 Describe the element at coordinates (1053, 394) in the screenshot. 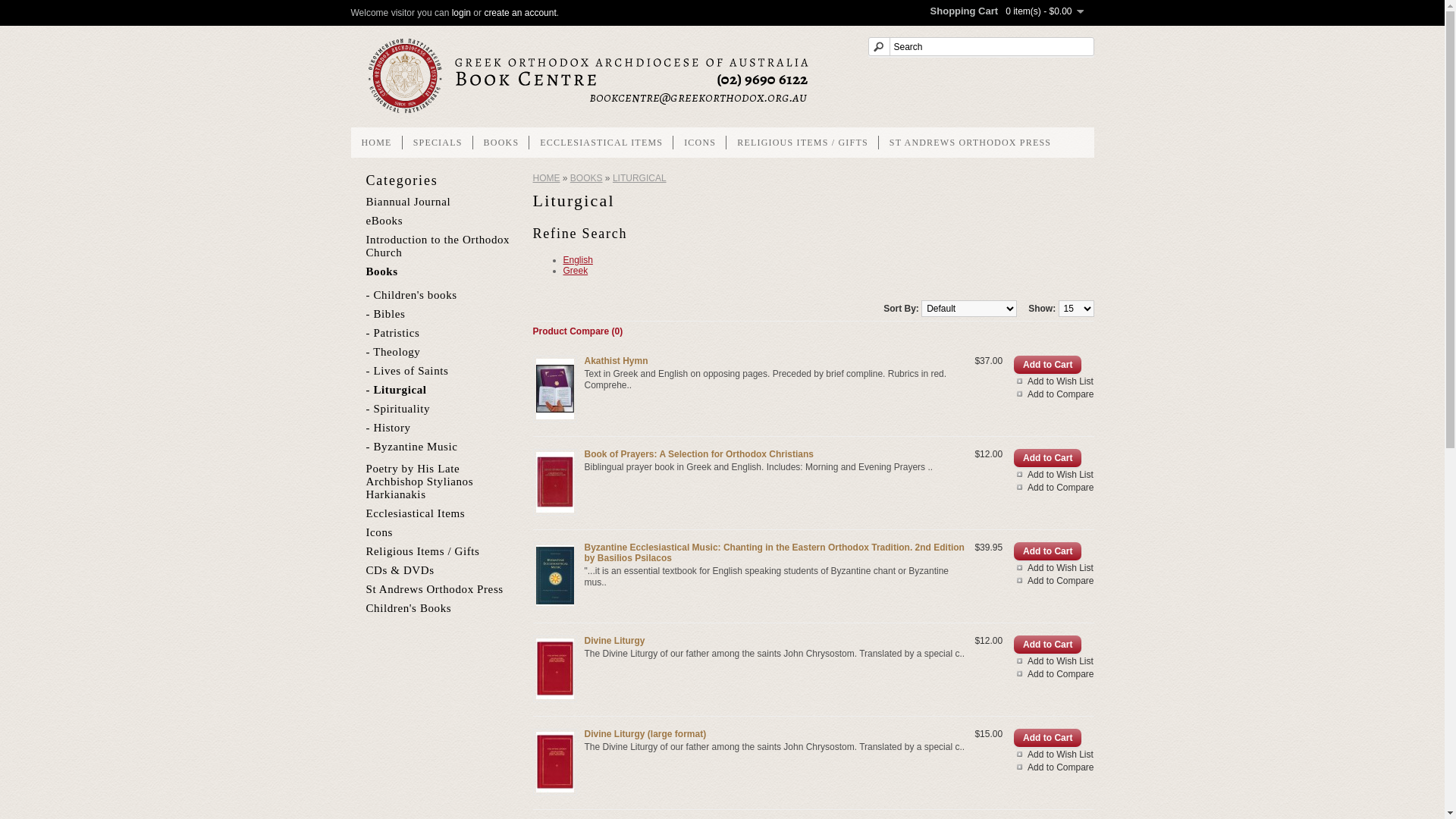

I see `'Add to Compare'` at that location.